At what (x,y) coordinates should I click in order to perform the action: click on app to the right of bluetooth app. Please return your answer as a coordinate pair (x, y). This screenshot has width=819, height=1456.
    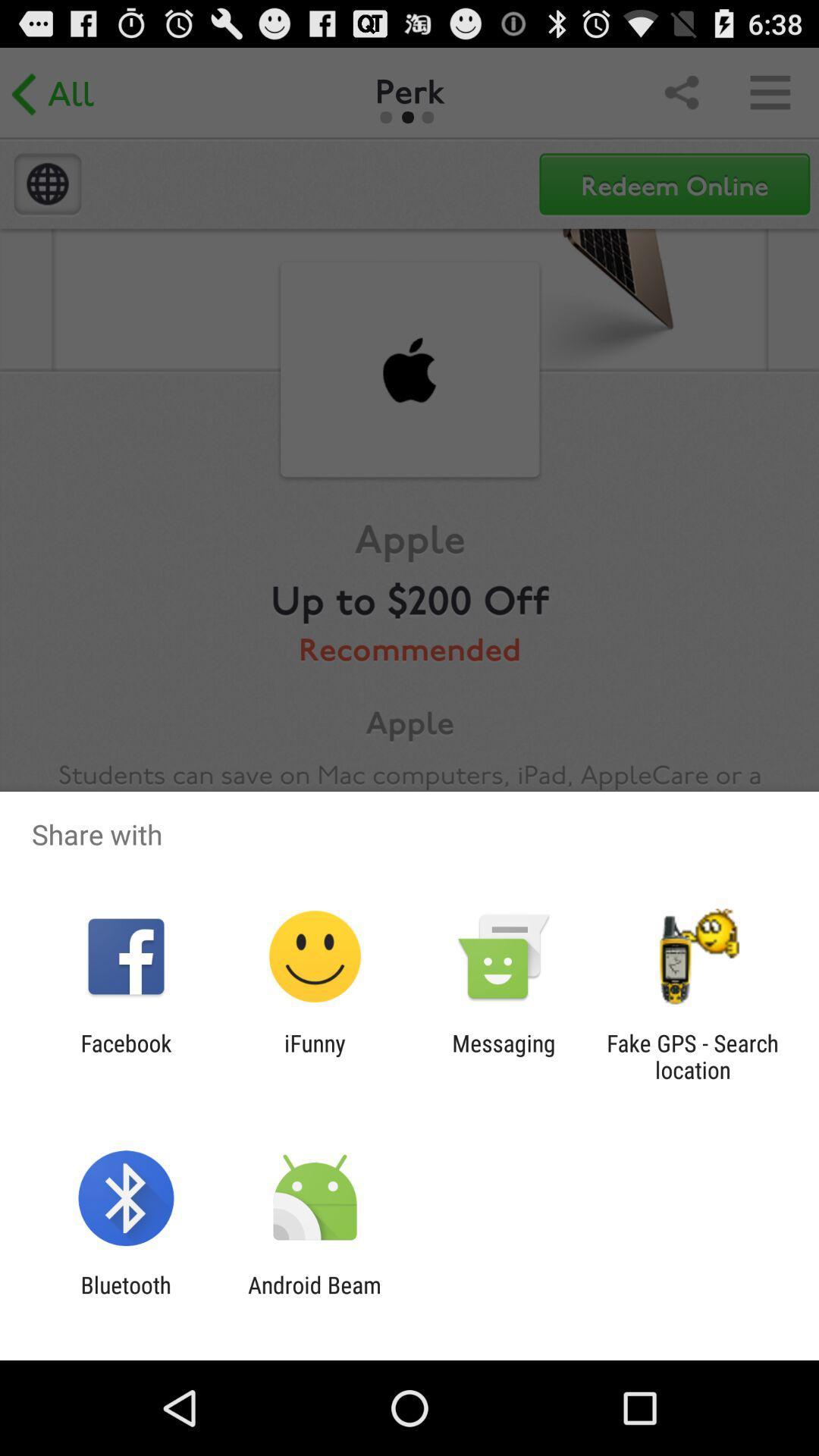
    Looking at the image, I should click on (314, 1298).